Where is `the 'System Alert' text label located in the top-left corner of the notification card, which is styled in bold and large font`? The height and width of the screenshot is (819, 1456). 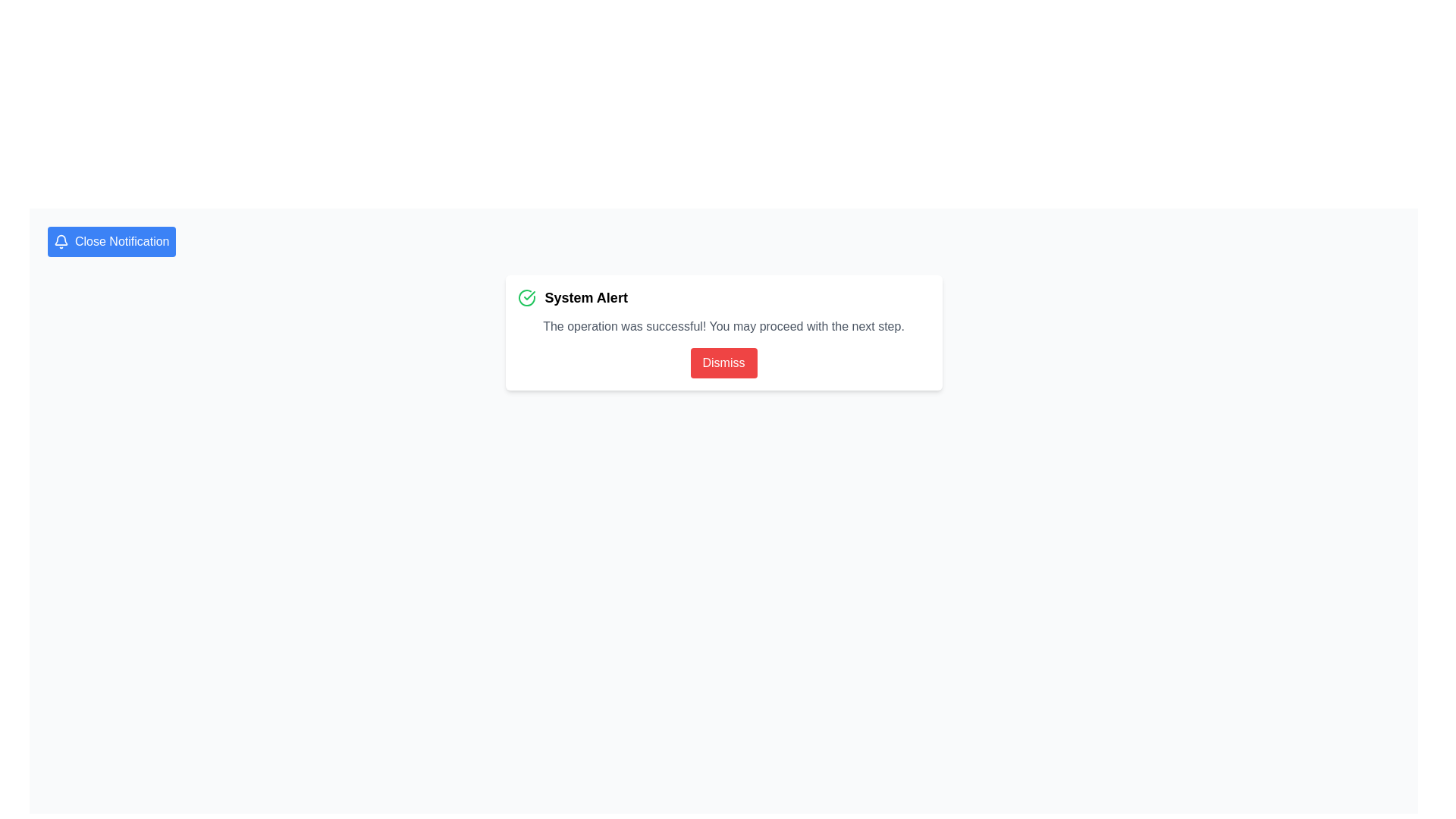
the 'System Alert' text label located in the top-left corner of the notification card, which is styled in bold and large font is located at coordinates (585, 298).